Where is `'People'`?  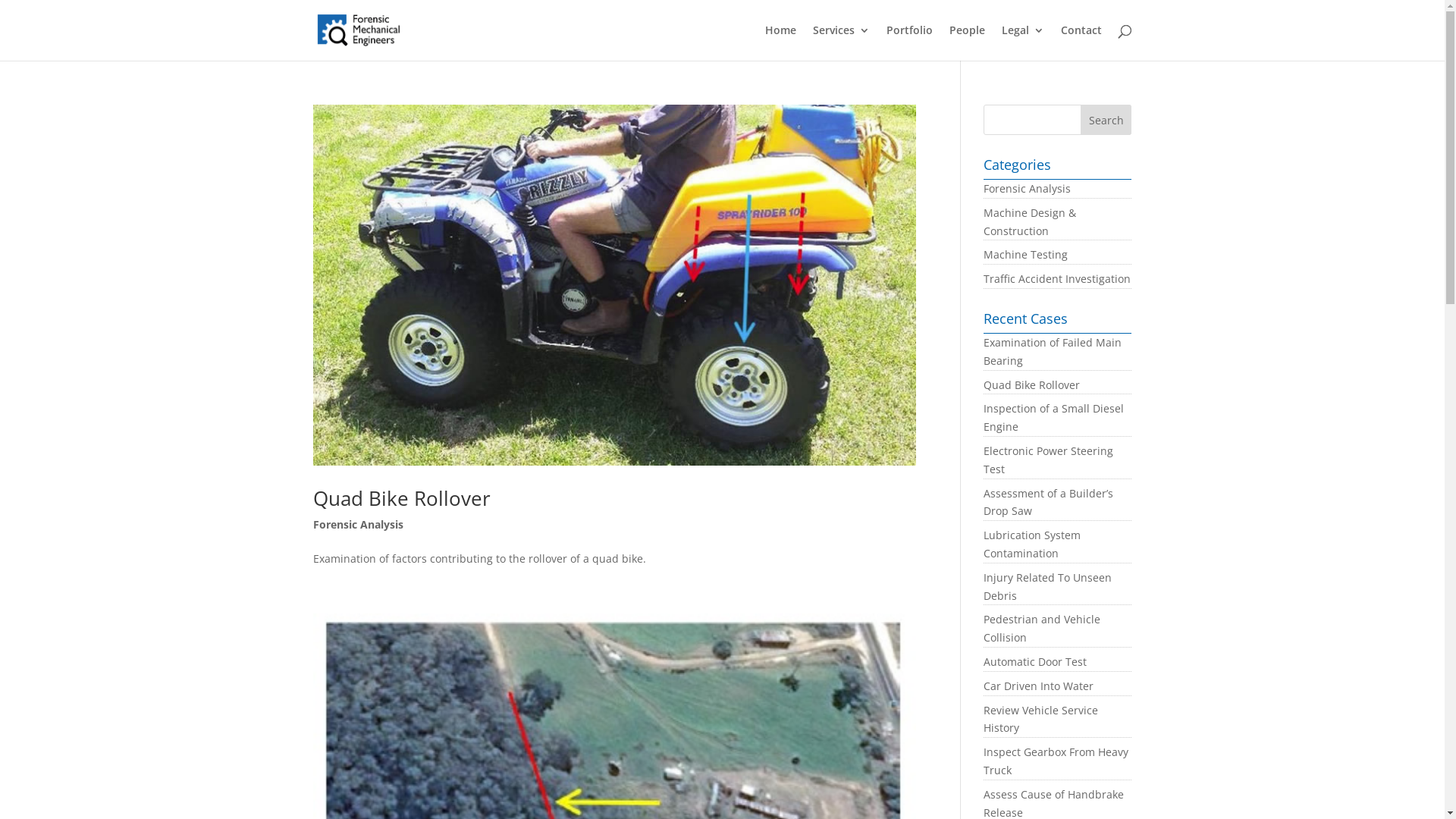
'People' is located at coordinates (966, 42).